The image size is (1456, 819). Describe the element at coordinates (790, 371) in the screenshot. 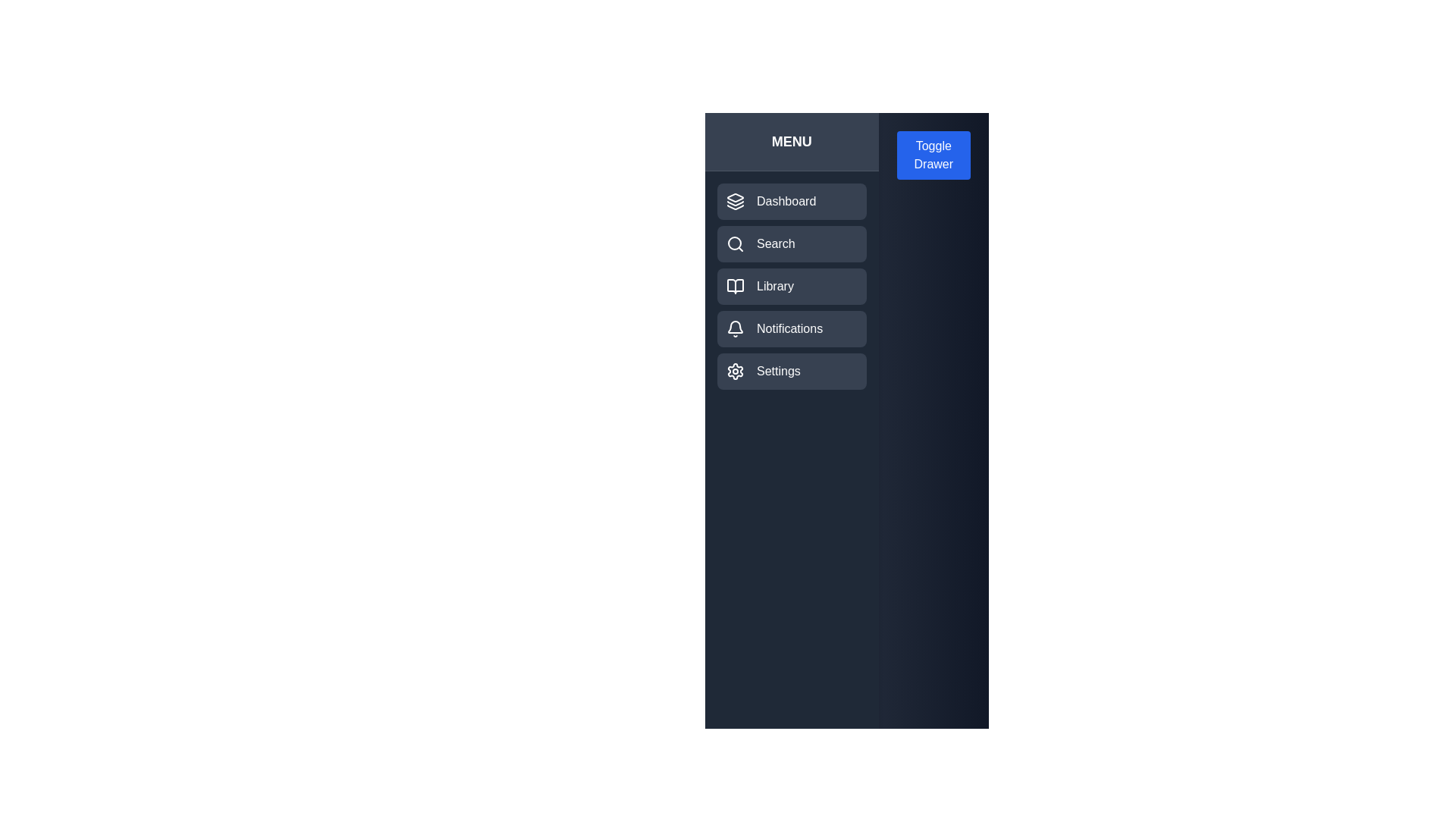

I see `the menu item labeled Settings` at that location.